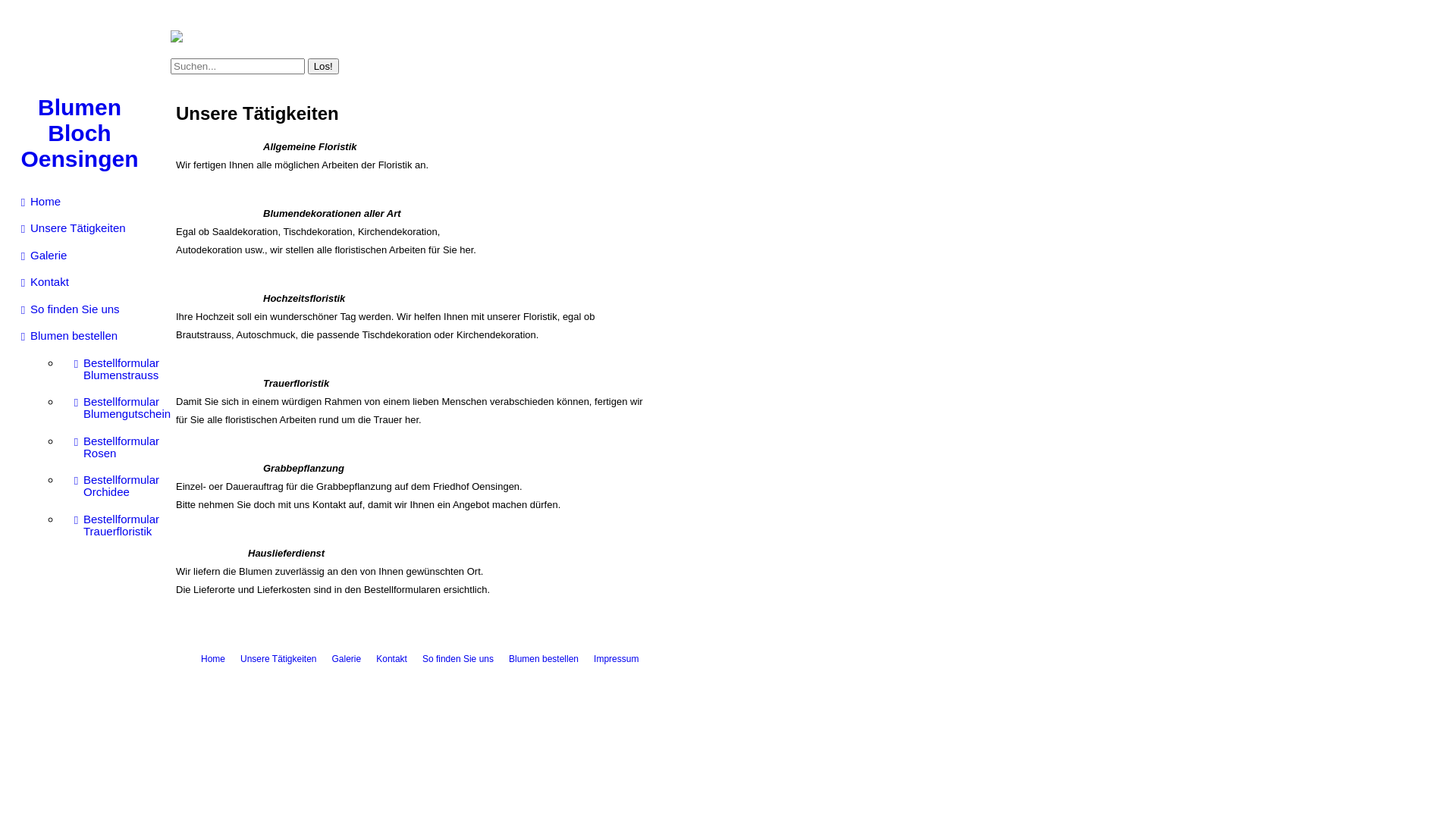 This screenshot has height=819, width=1456. What do you see at coordinates (616, 657) in the screenshot?
I see `'Impressum'` at bounding box center [616, 657].